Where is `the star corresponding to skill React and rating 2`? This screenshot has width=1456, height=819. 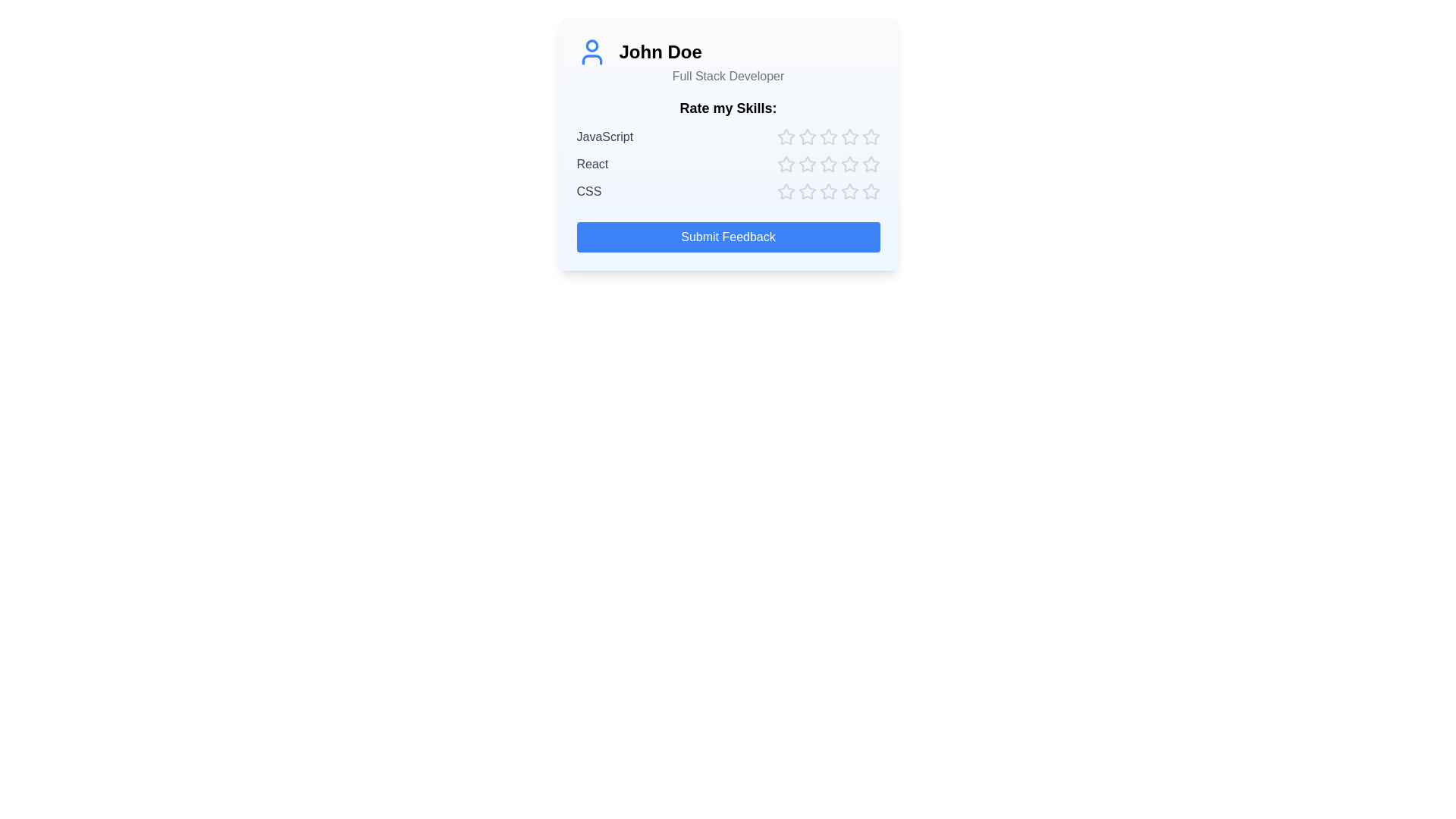
the star corresponding to skill React and rating 2 is located at coordinates (806, 164).